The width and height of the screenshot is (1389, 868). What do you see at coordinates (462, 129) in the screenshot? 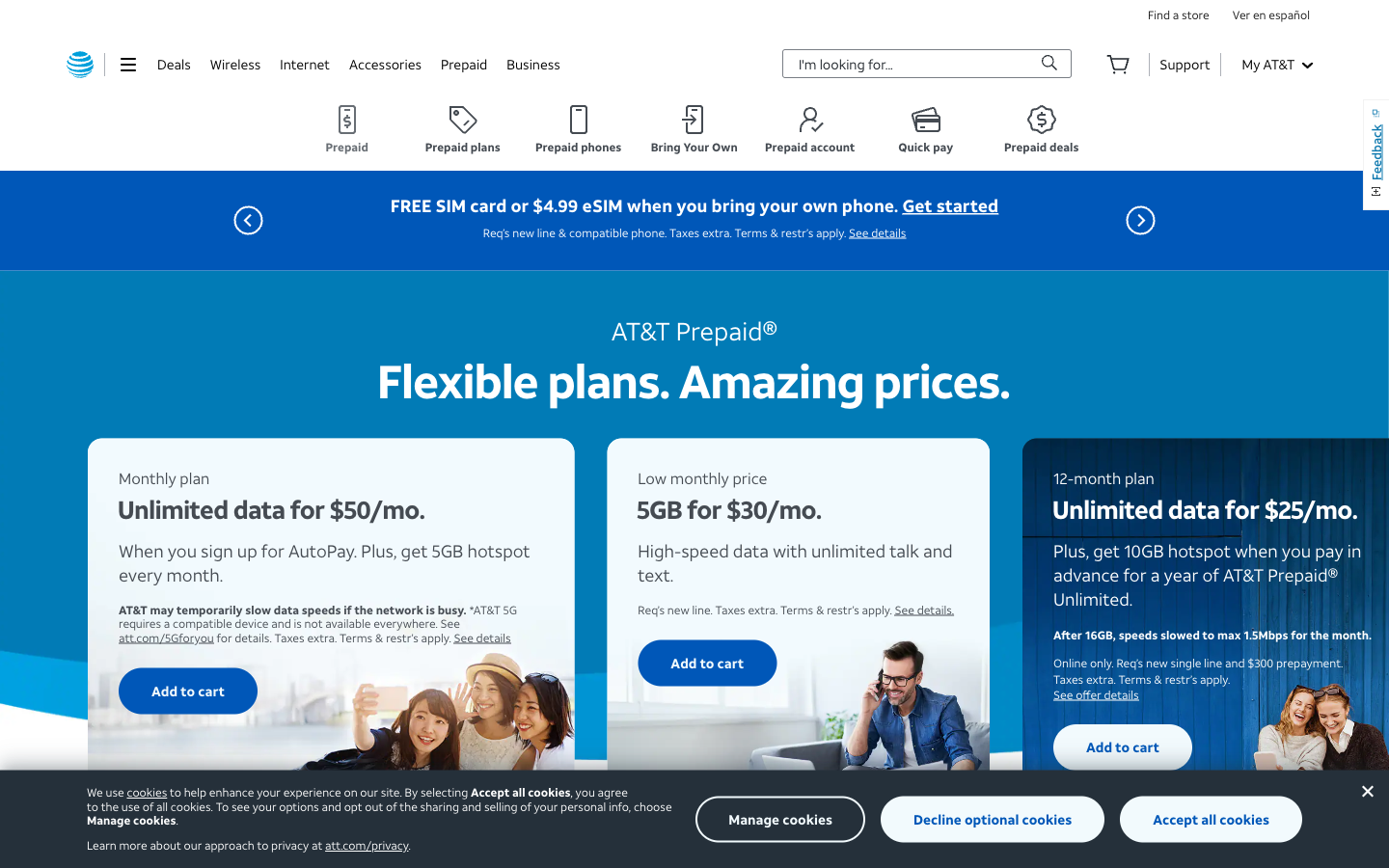
I see `the "Prepaid Plans" section` at bounding box center [462, 129].